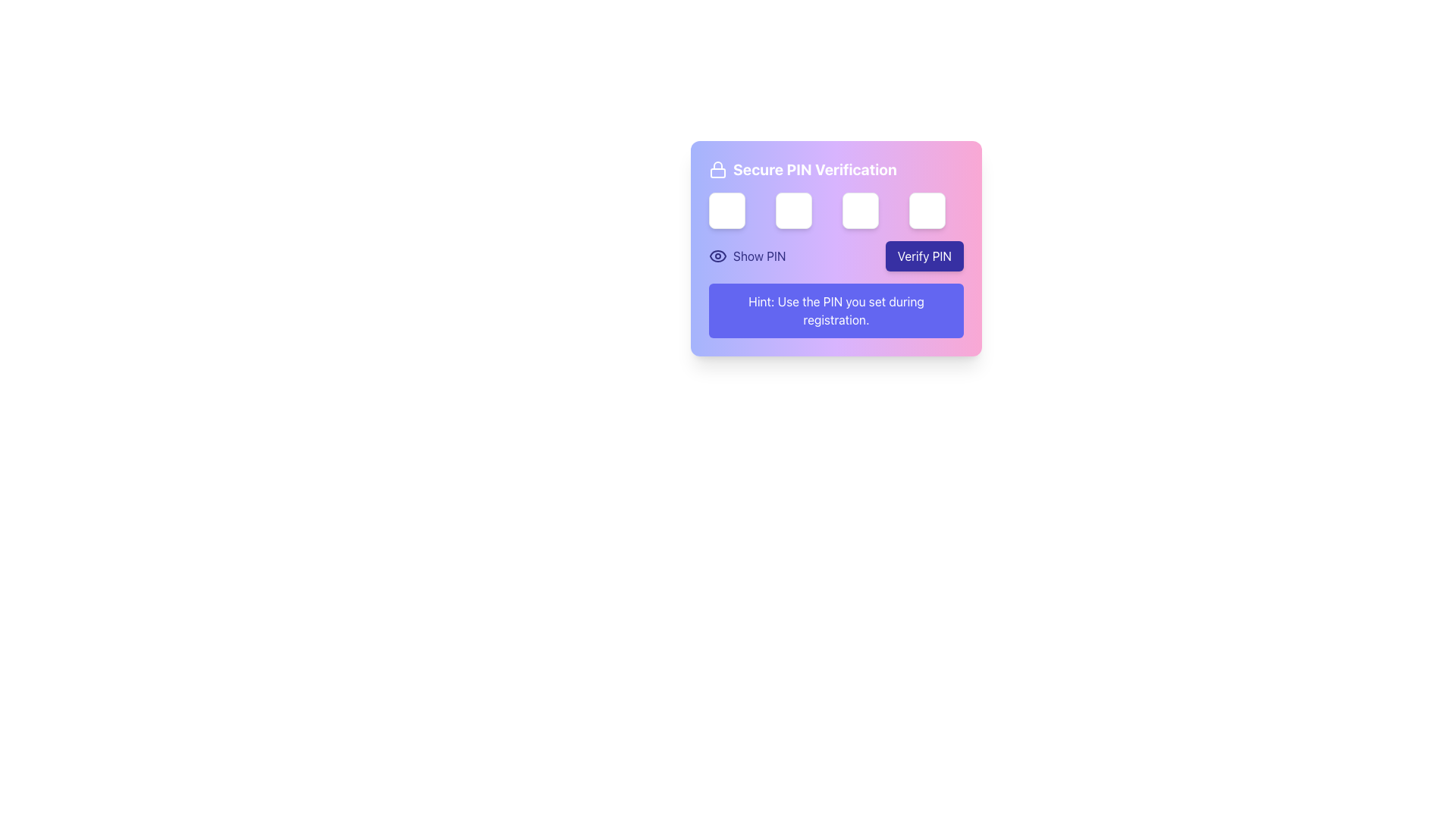  What do you see at coordinates (717, 172) in the screenshot?
I see `the decorative graphical component located at the center of the lock icon in the 'Secure PIN Verification' modal dialog` at bounding box center [717, 172].